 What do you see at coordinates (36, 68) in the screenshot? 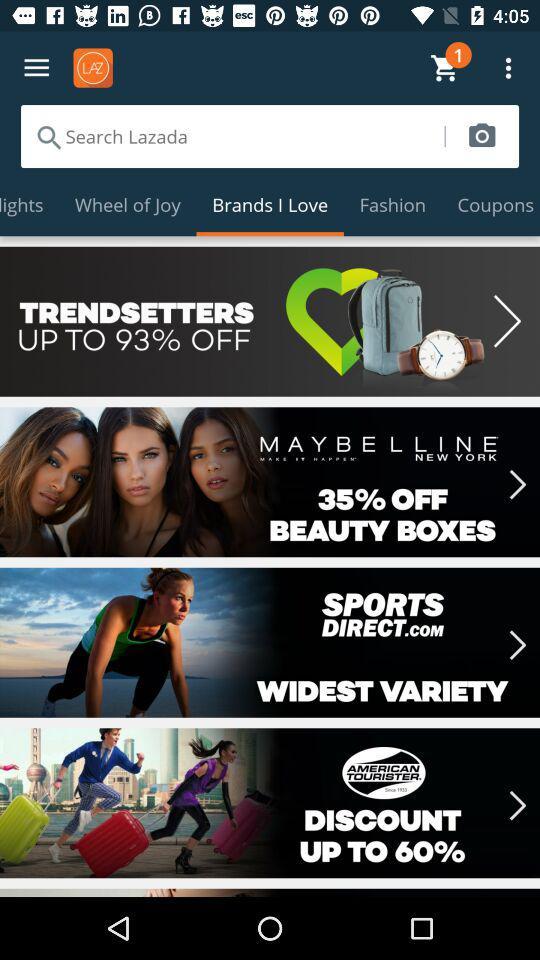
I see `menu` at bounding box center [36, 68].